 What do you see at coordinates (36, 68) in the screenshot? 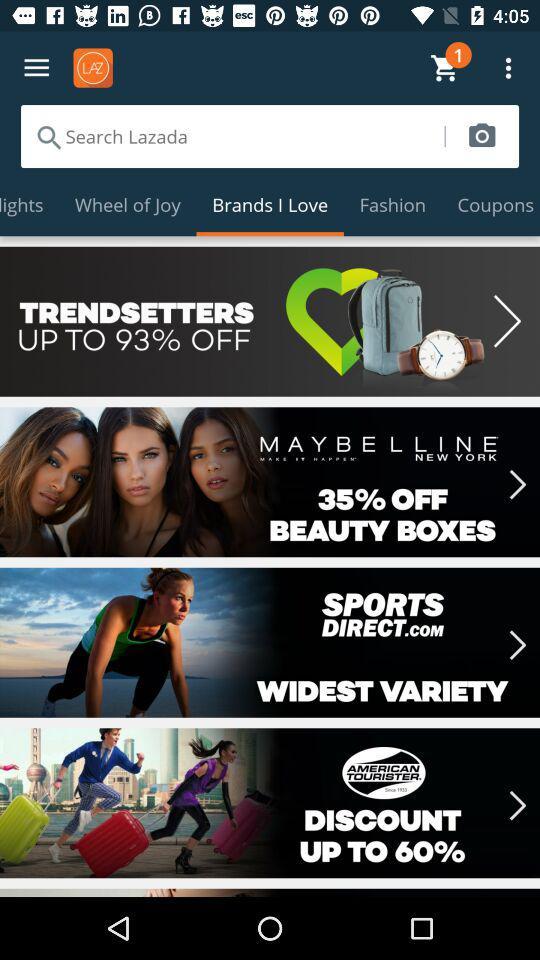
I see `menu` at bounding box center [36, 68].